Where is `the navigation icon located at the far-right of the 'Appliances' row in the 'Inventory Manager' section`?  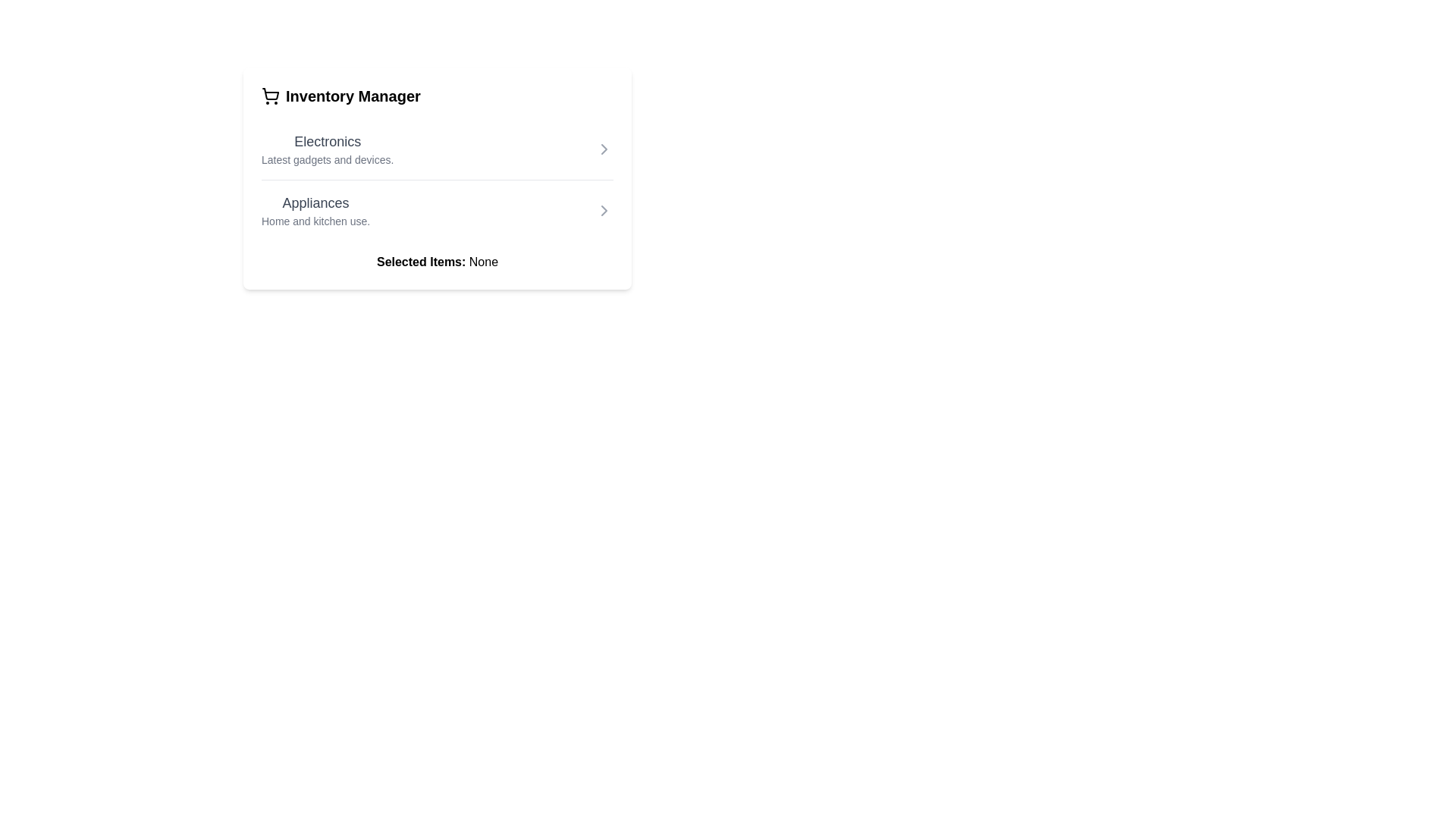
the navigation icon located at the far-right of the 'Appliances' row in the 'Inventory Manager' section is located at coordinates (603, 210).